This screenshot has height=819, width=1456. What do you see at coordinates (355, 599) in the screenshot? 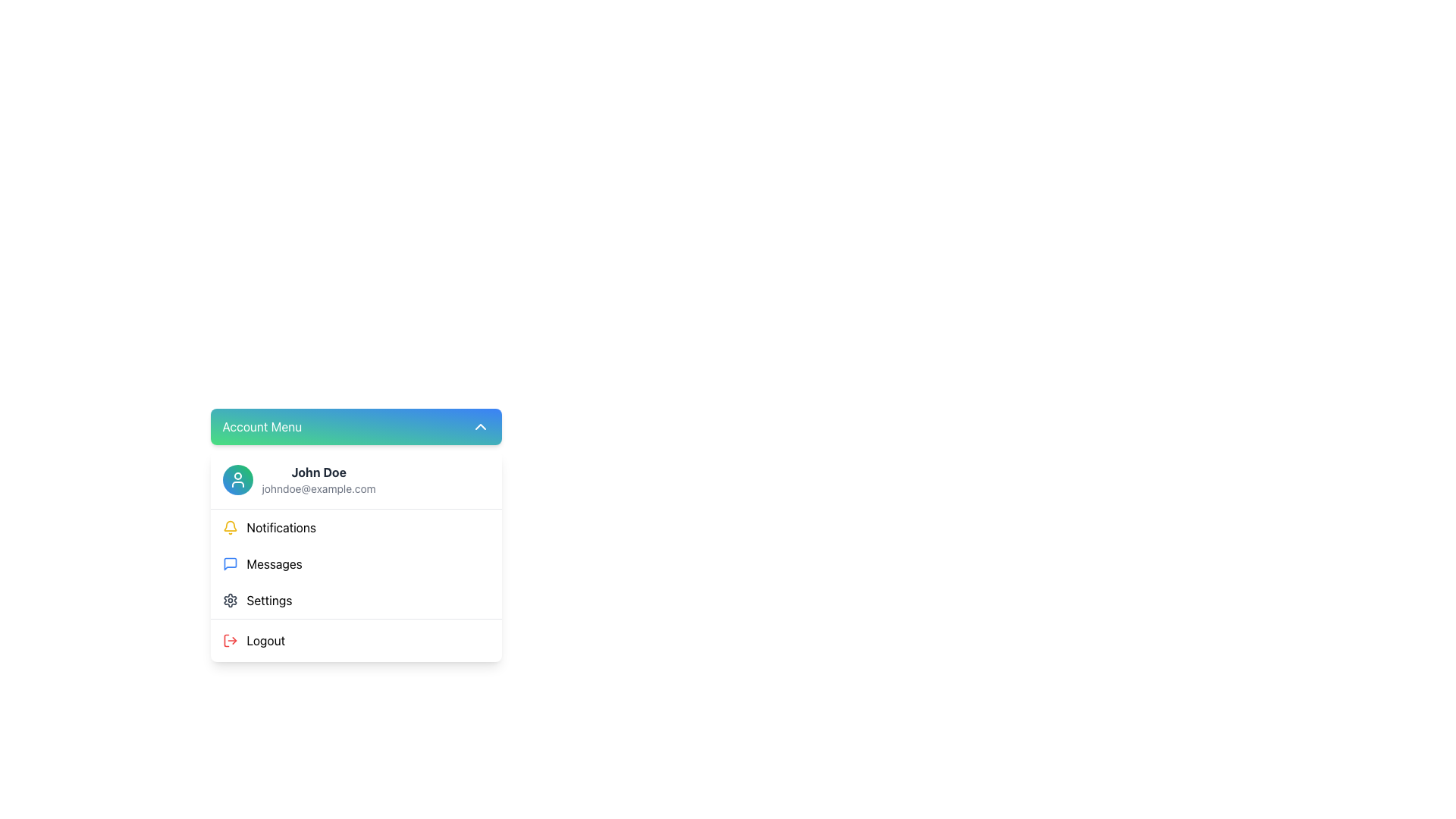
I see `the 'Settings' menu item, which is the third item in a vertical list, located between 'Messages' and 'Logout'` at bounding box center [355, 599].